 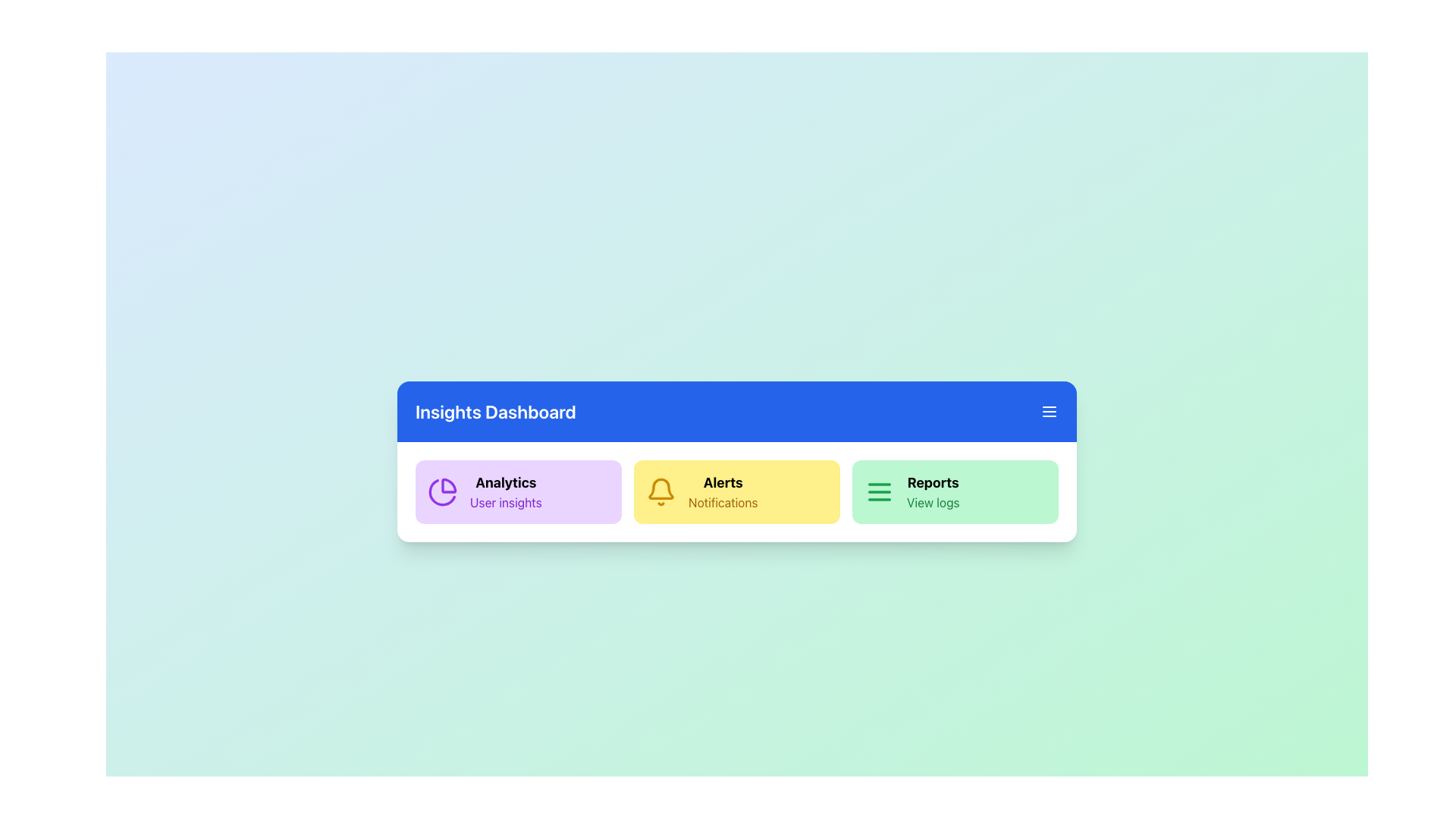 What do you see at coordinates (722, 503) in the screenshot?
I see `the 'Notifications' text label, which is displayed in a yellowish brown color below the 'Alerts' label and adjacent to the 'Analytics' and 'Reports' sections` at bounding box center [722, 503].